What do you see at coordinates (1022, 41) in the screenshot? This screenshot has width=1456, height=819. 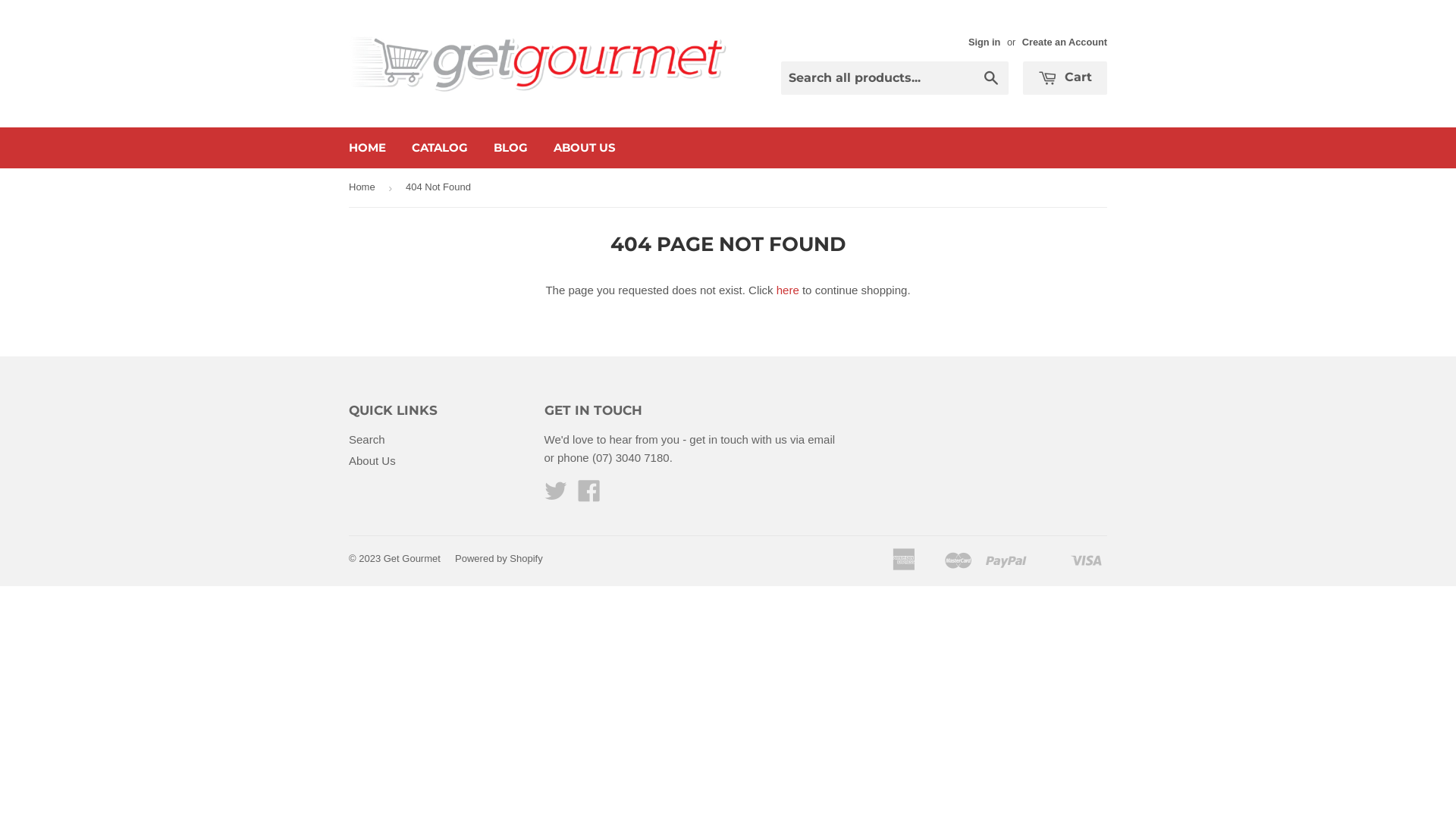 I see `'Create an Account'` at bounding box center [1022, 41].